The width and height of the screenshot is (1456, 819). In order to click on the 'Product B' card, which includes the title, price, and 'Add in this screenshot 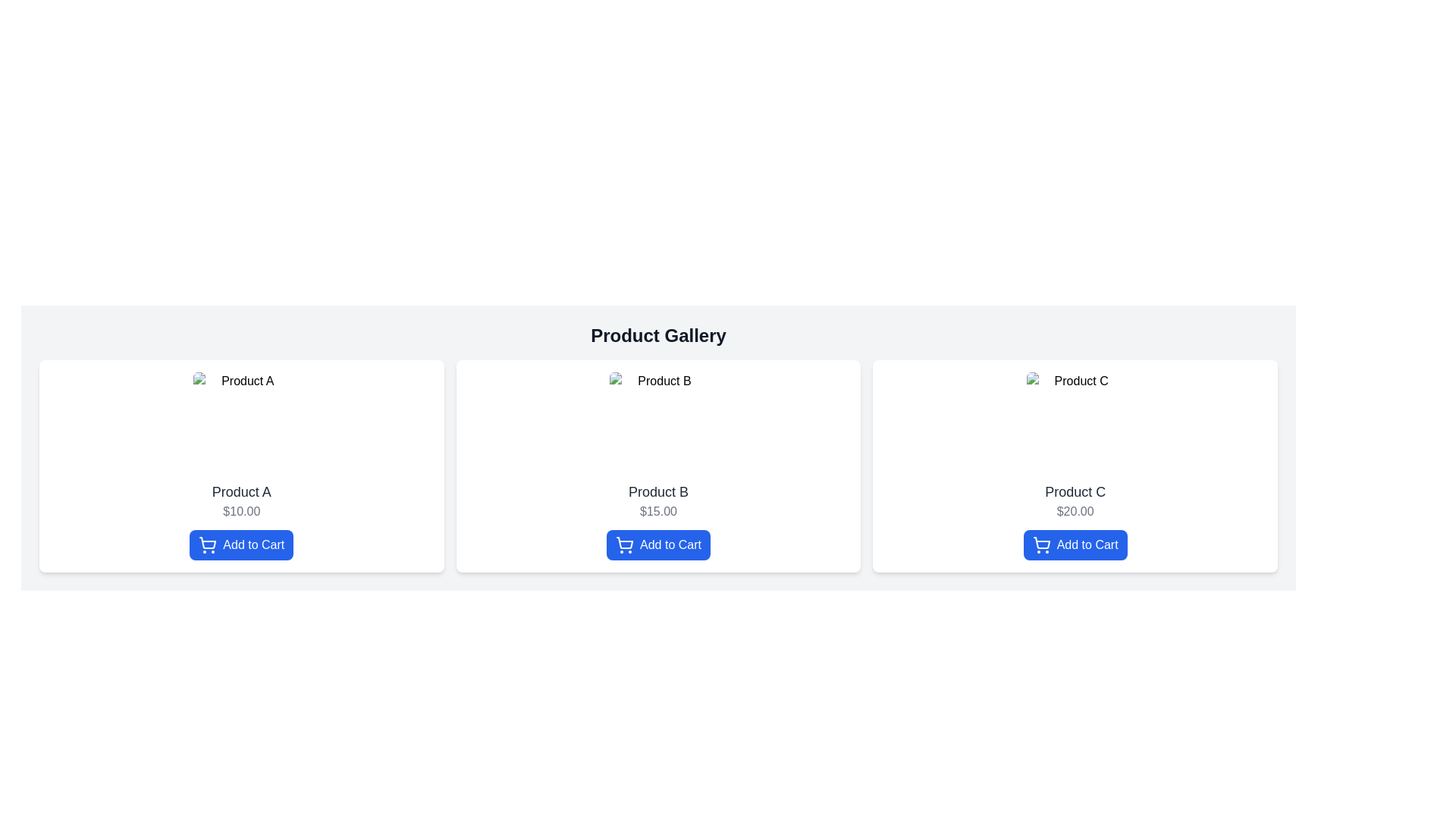, I will do `click(658, 465)`.